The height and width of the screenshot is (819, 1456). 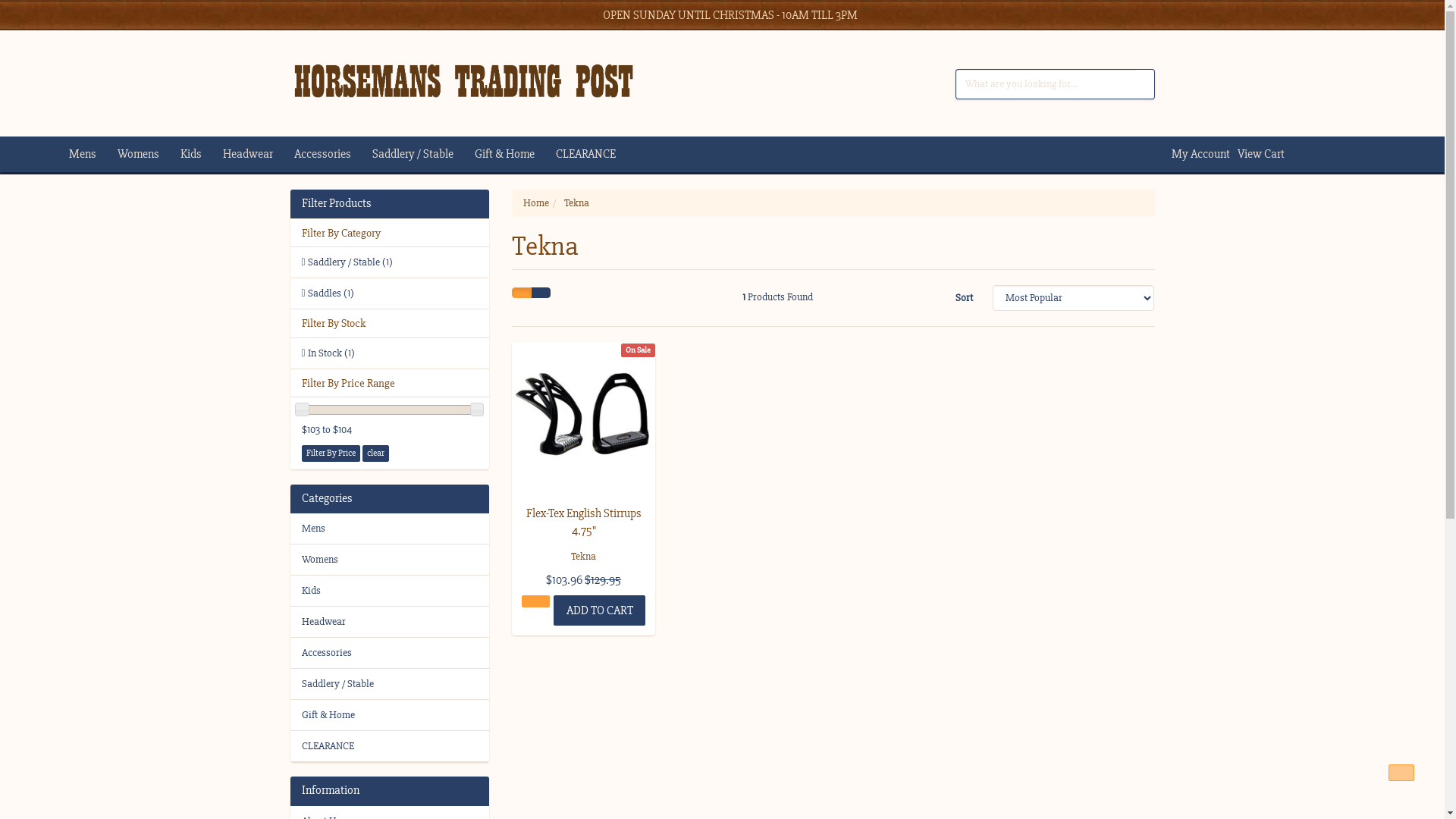 I want to click on 'Filter By Price', so click(x=330, y=452).